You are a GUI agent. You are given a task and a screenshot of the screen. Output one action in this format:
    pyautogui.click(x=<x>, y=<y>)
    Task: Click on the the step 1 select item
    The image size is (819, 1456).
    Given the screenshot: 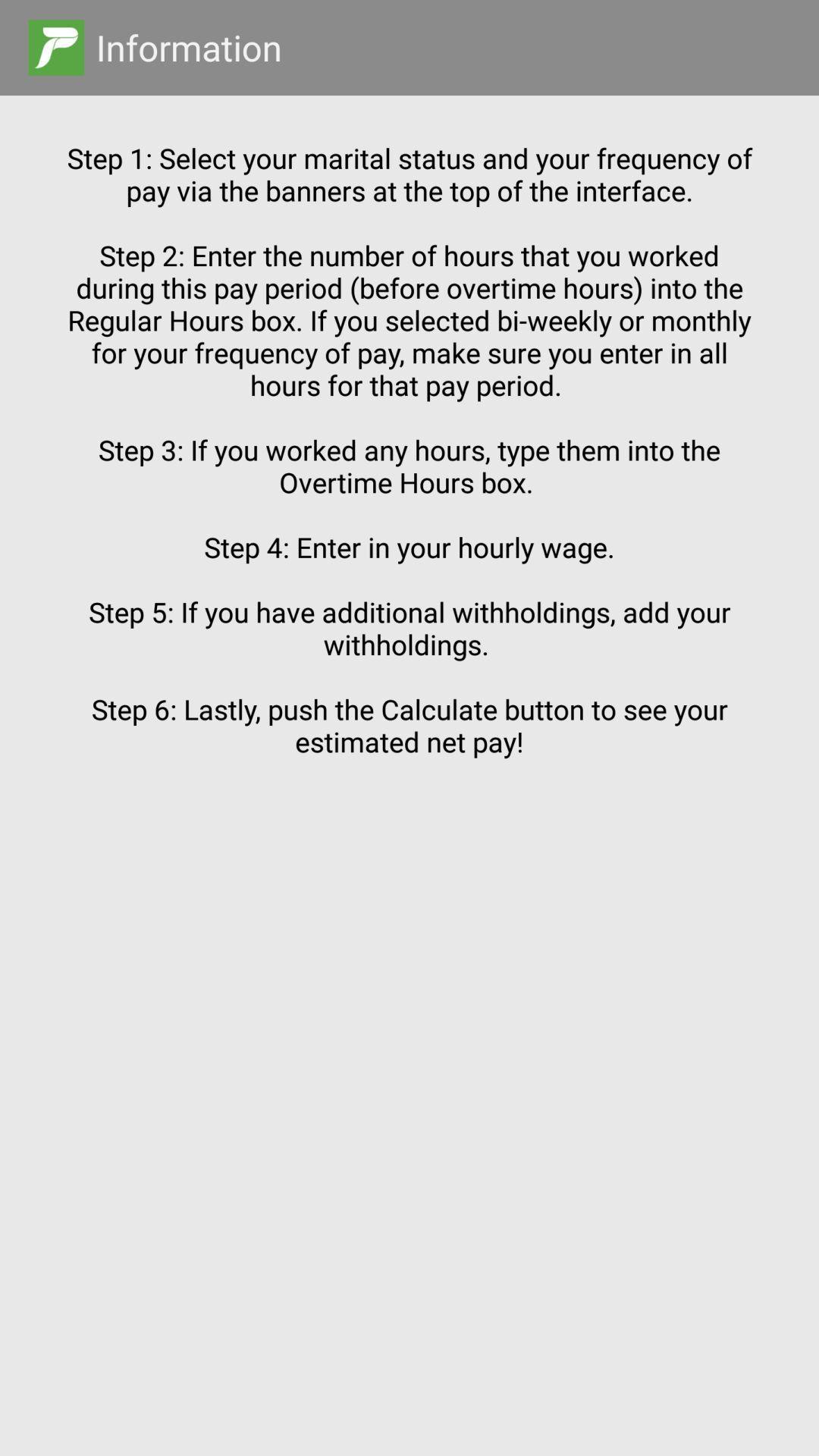 What is the action you would take?
    pyautogui.click(x=409, y=748)
    